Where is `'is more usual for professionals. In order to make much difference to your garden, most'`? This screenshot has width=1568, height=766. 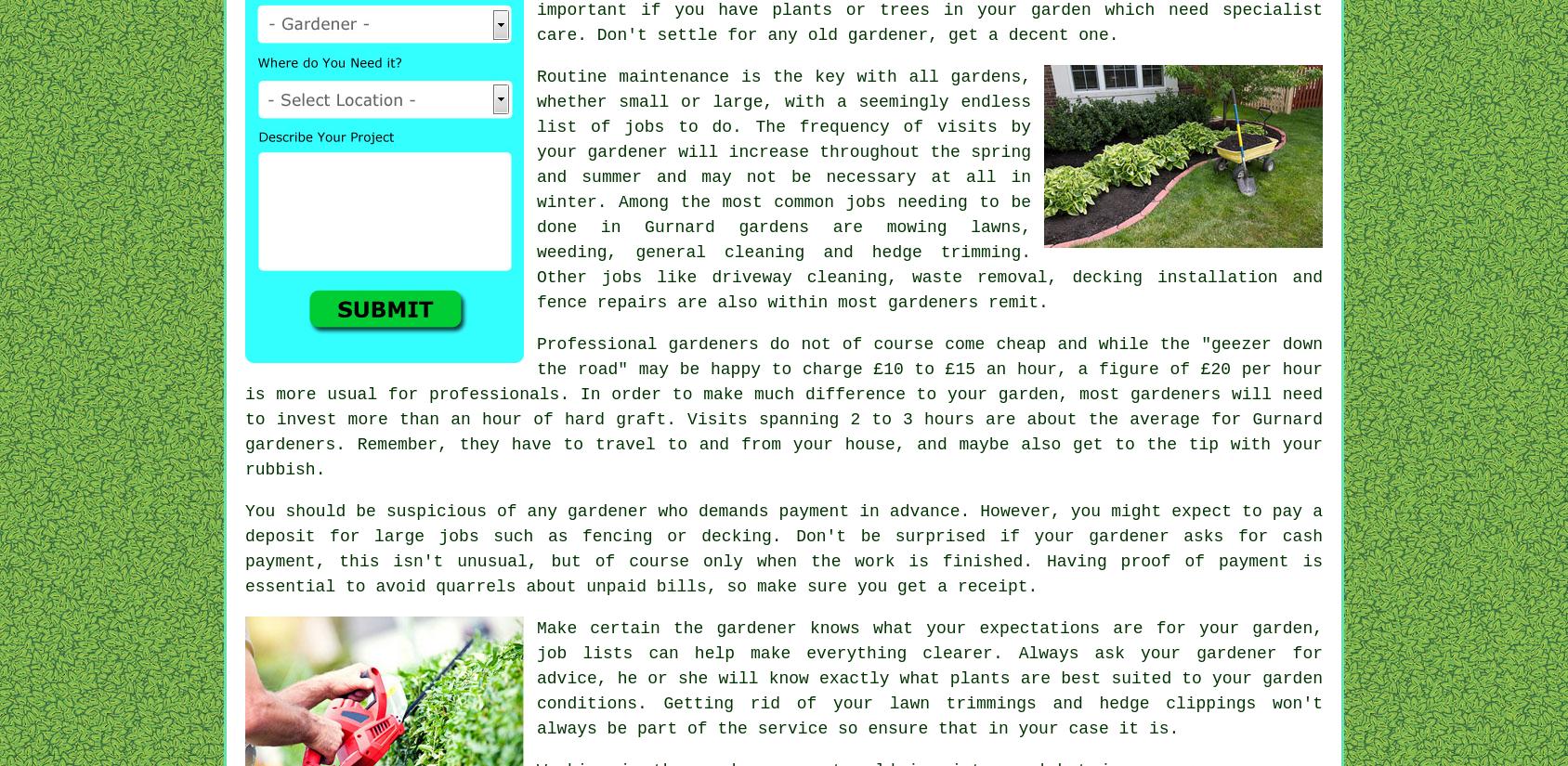
'is more usual for professionals. In order to make much difference to your garden, most' is located at coordinates (687, 395).